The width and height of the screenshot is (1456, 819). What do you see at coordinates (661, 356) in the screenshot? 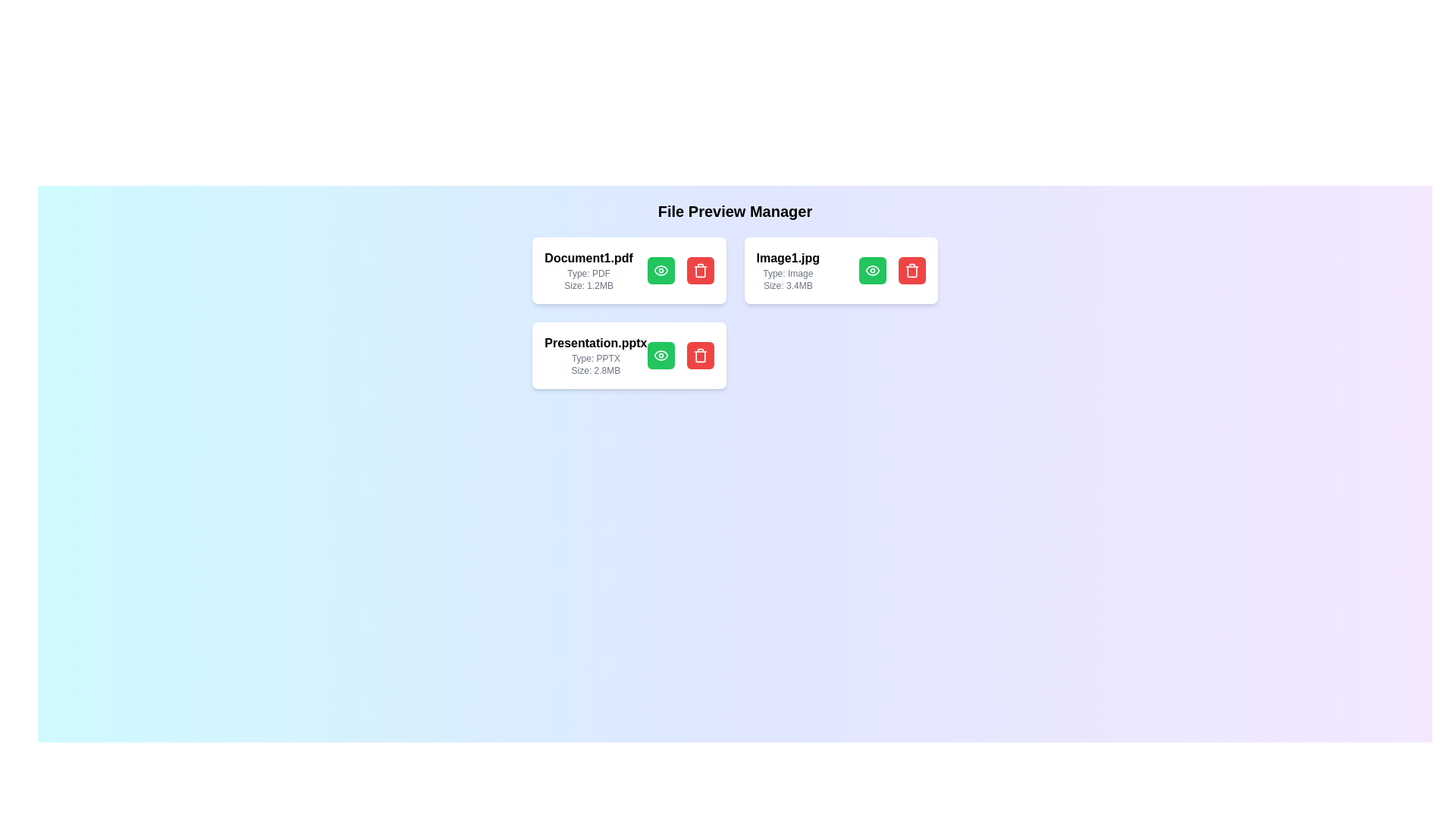
I see `the leftmost button in the horizontal row of controls at the bottom-right of the card for the file 'Presentation.pptx' to preview the file` at bounding box center [661, 356].